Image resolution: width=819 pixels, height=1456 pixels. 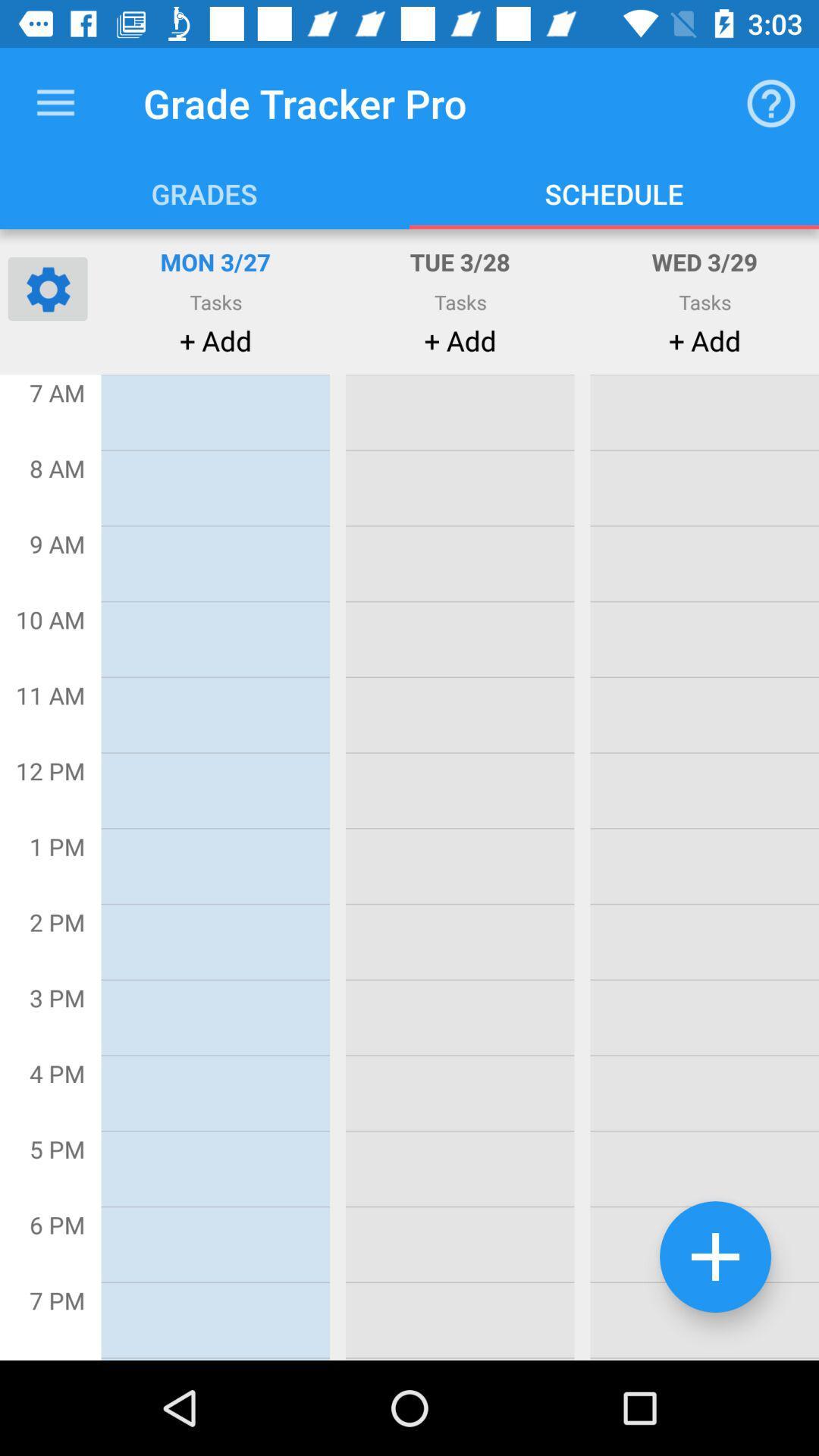 I want to click on open settings, so click(x=46, y=288).